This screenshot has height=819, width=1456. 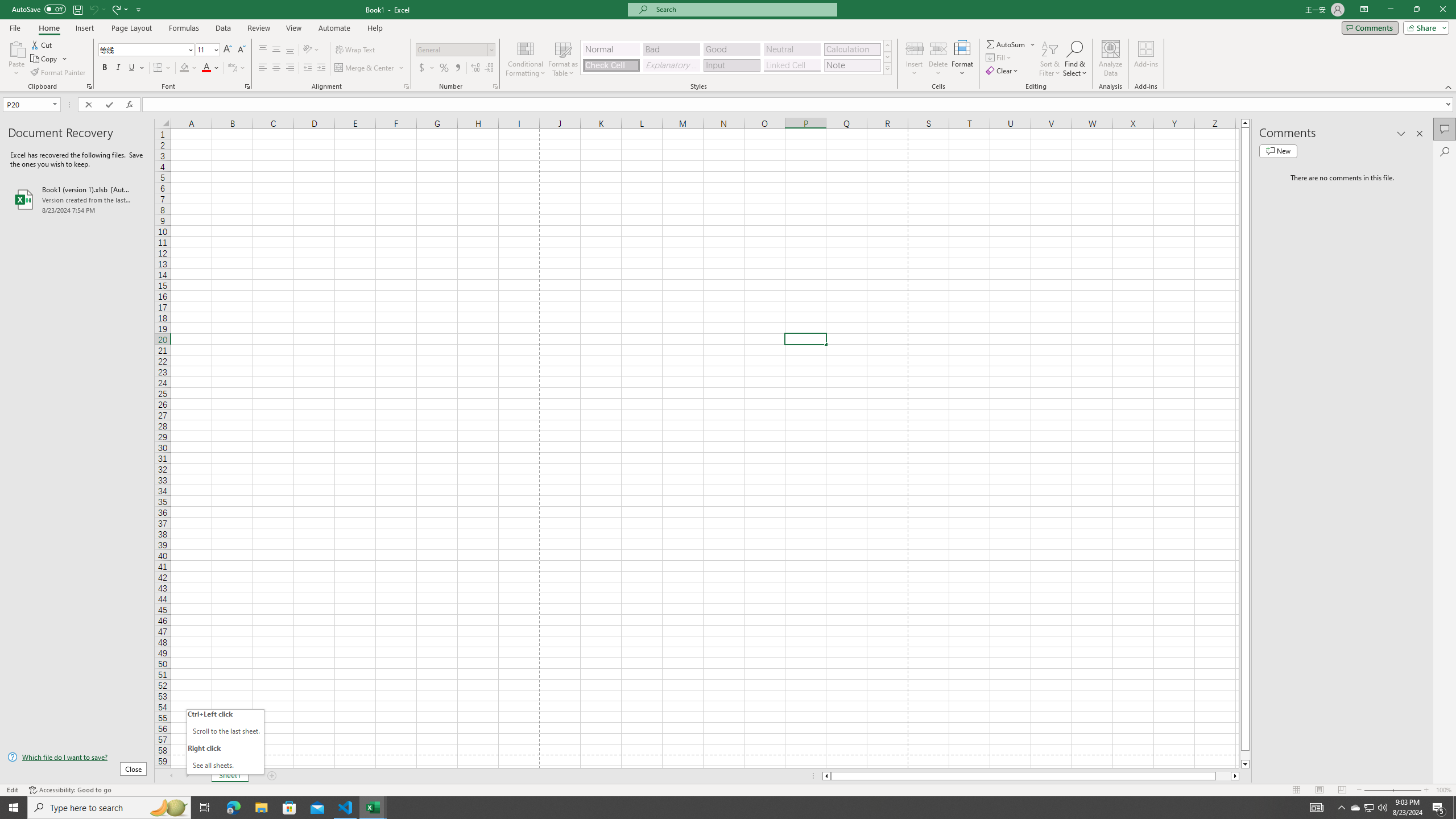 What do you see at coordinates (791, 49) in the screenshot?
I see `'Neutral'` at bounding box center [791, 49].